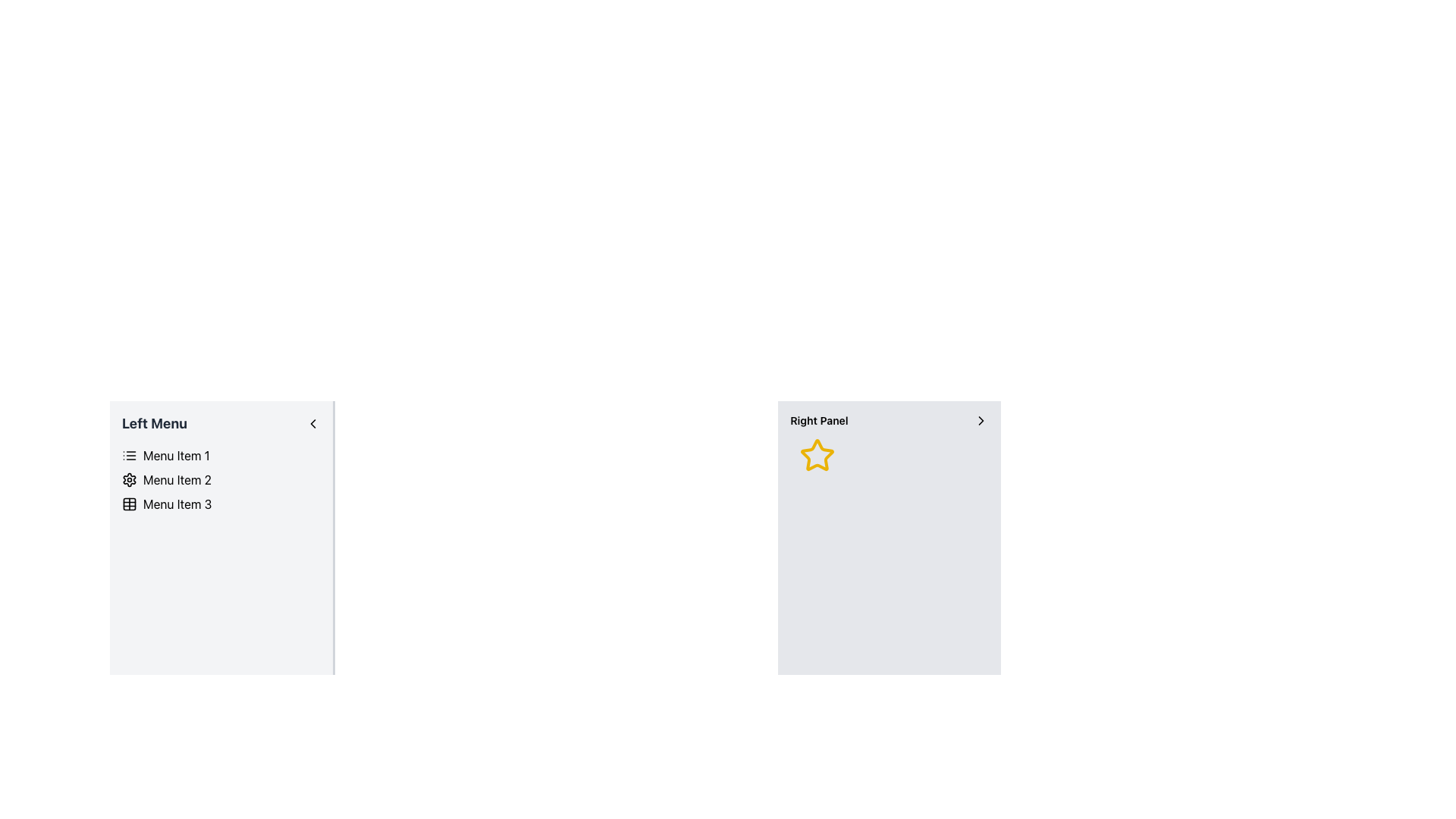 Image resolution: width=1456 pixels, height=819 pixels. I want to click on the settings icon located in the left panel under the 'Left Menu' heading, adjacent to 'Menu Item 2', so click(130, 479).